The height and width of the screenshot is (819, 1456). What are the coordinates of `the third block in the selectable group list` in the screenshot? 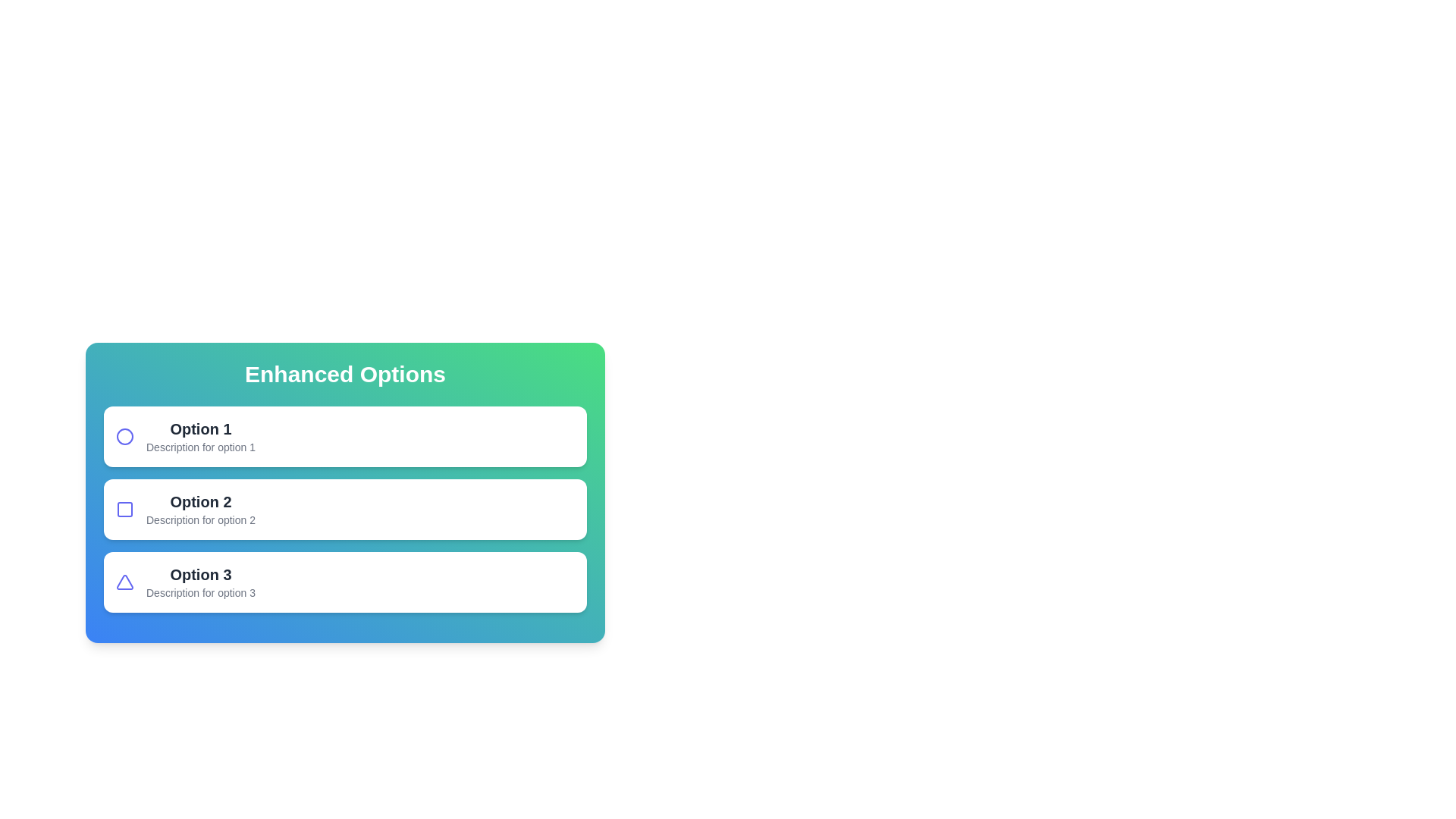 It's located at (344, 581).